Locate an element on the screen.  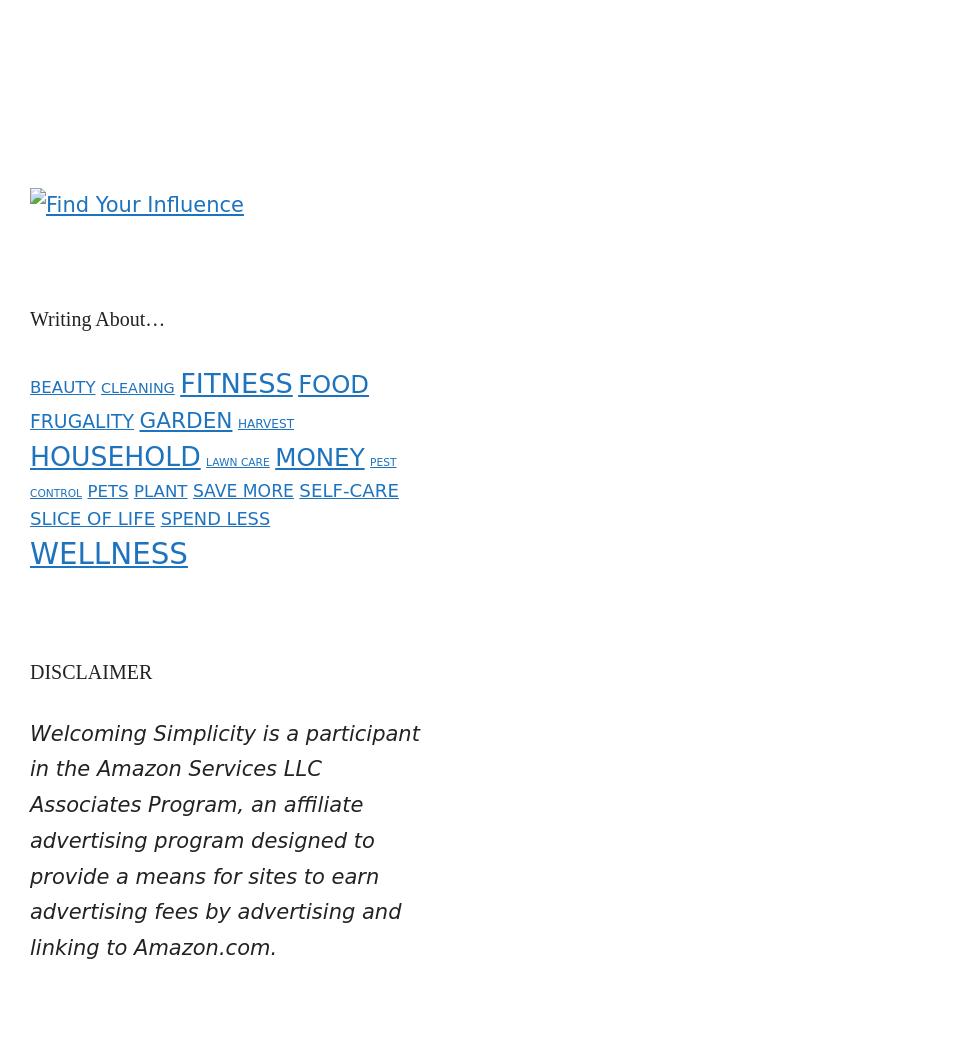
'SELF-CARE' is located at coordinates (298, 476).